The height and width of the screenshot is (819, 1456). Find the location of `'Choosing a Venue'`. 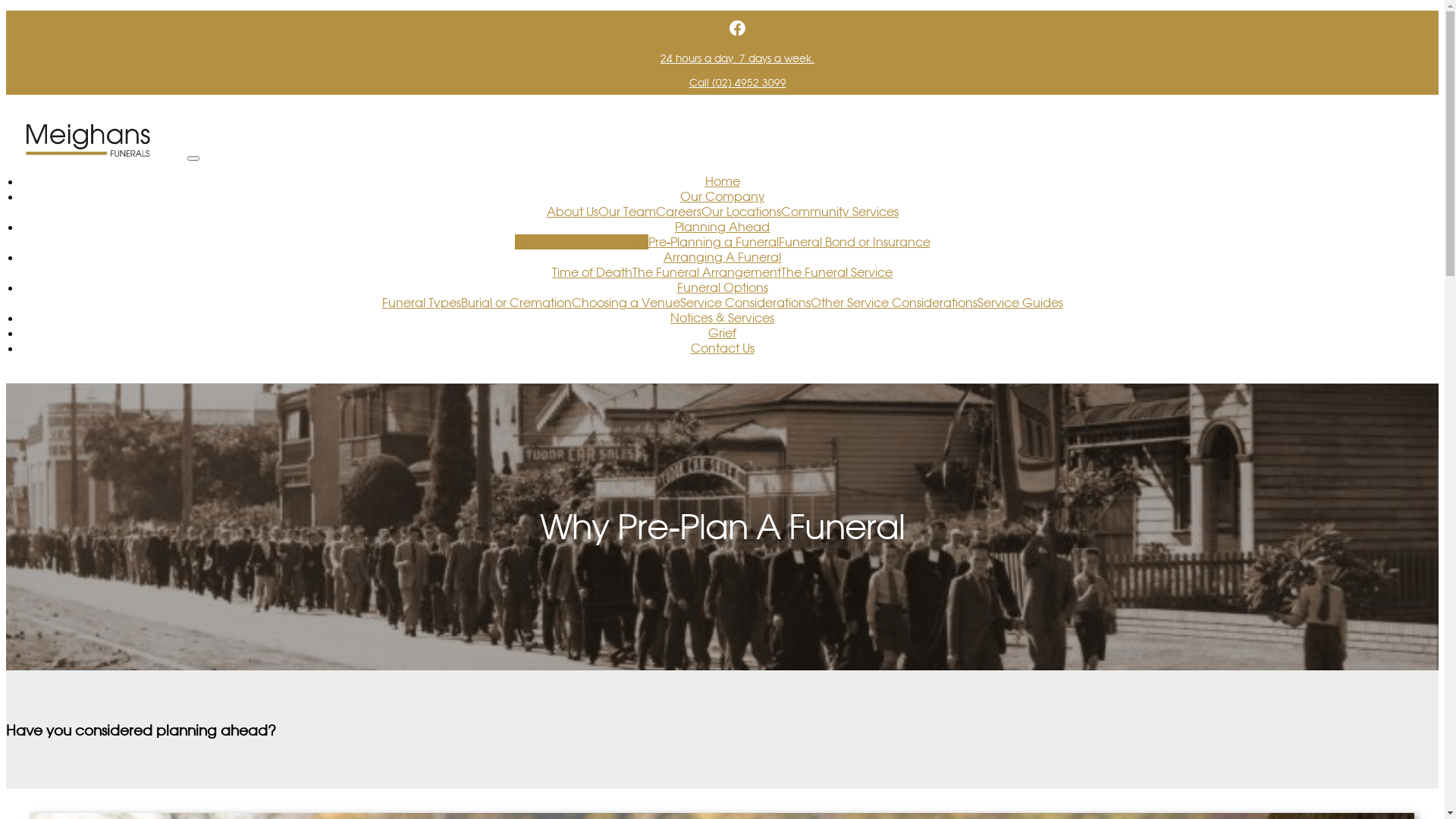

'Choosing a Venue' is located at coordinates (626, 302).